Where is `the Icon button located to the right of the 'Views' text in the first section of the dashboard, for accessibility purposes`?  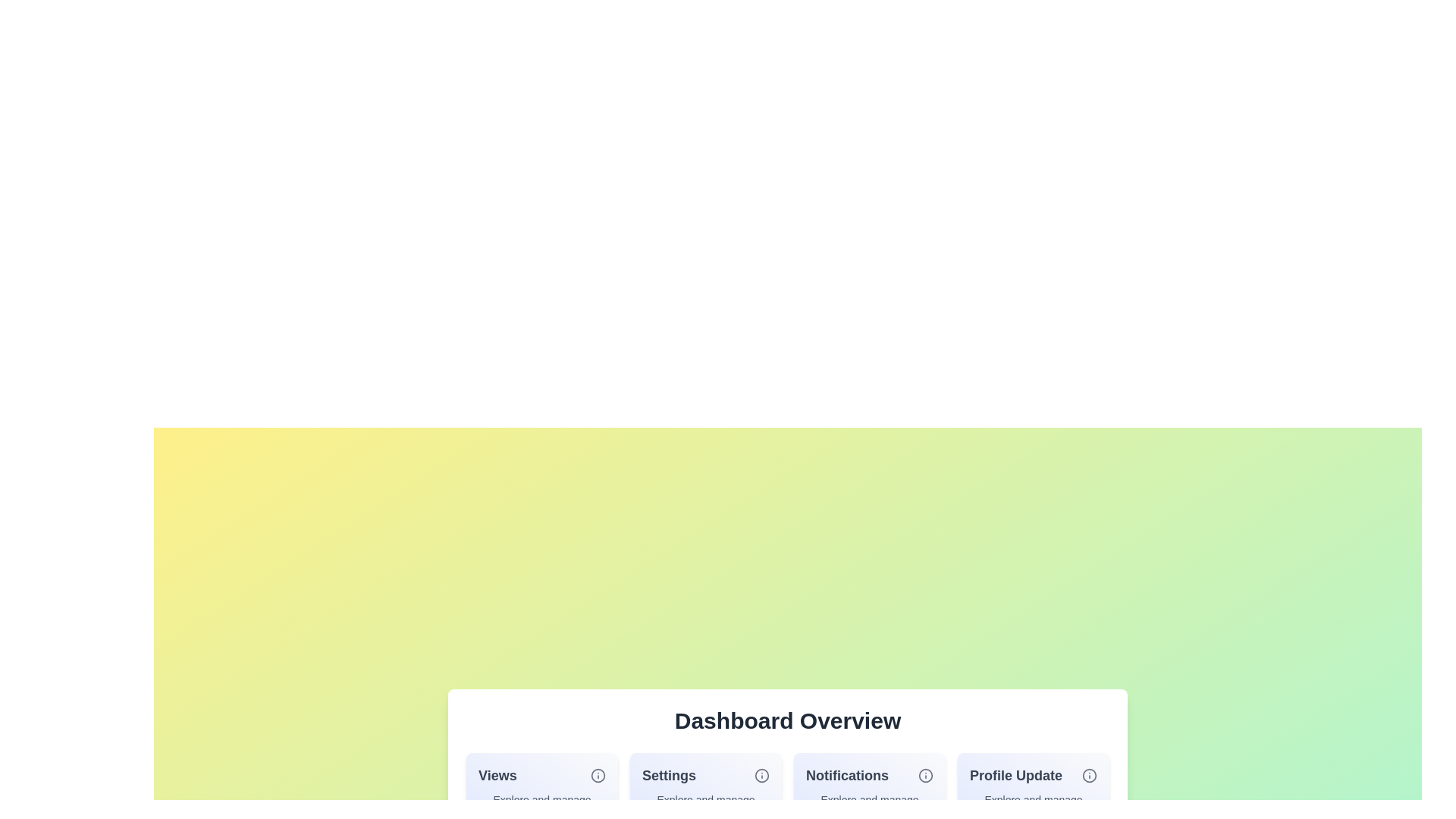 the Icon button located to the right of the 'Views' text in the first section of the dashboard, for accessibility purposes is located at coordinates (597, 775).